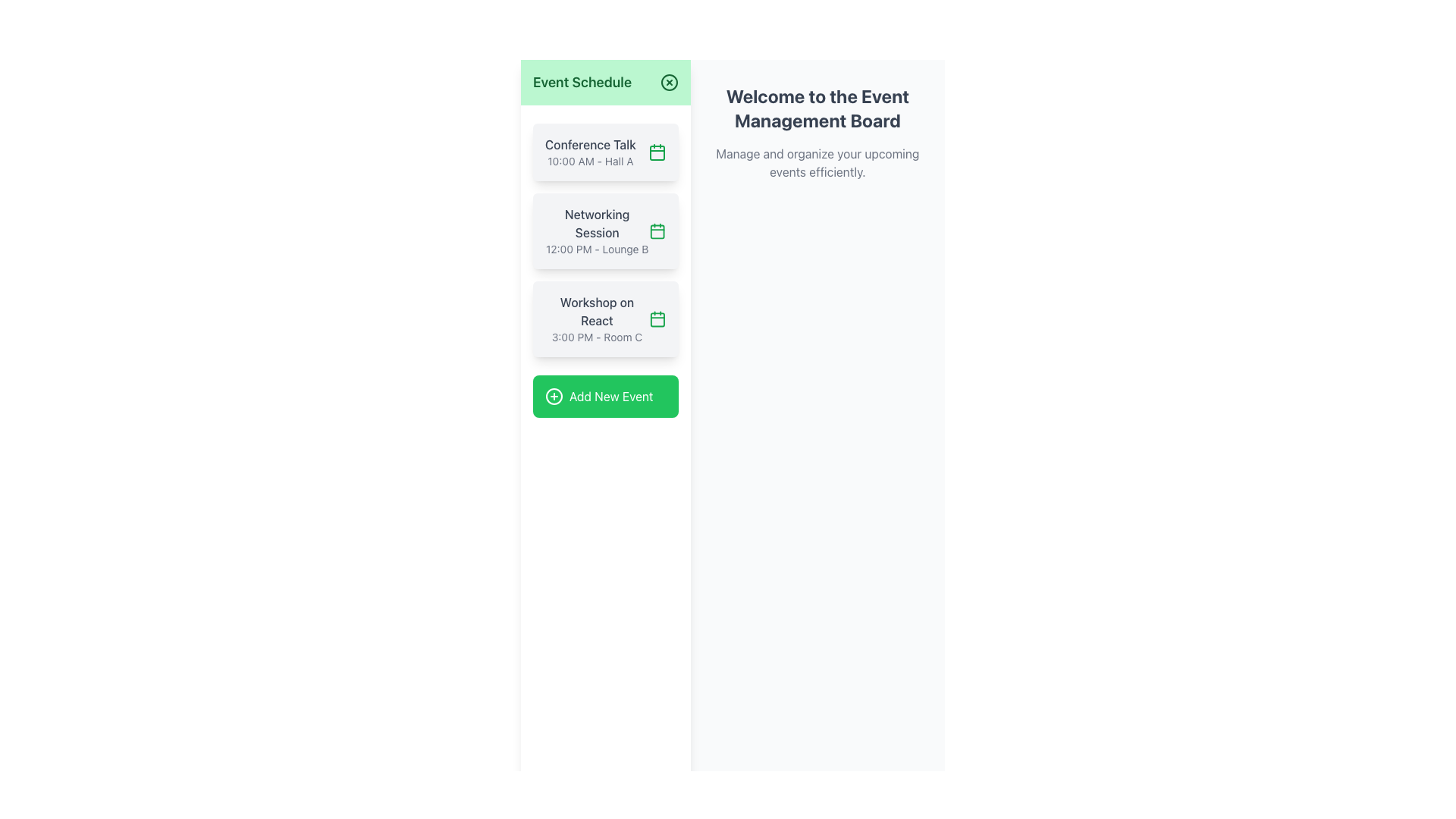 The height and width of the screenshot is (819, 1456). What do you see at coordinates (657, 318) in the screenshot?
I see `the graphical element within the calendar icon next to the 'Workshop on React' event description` at bounding box center [657, 318].